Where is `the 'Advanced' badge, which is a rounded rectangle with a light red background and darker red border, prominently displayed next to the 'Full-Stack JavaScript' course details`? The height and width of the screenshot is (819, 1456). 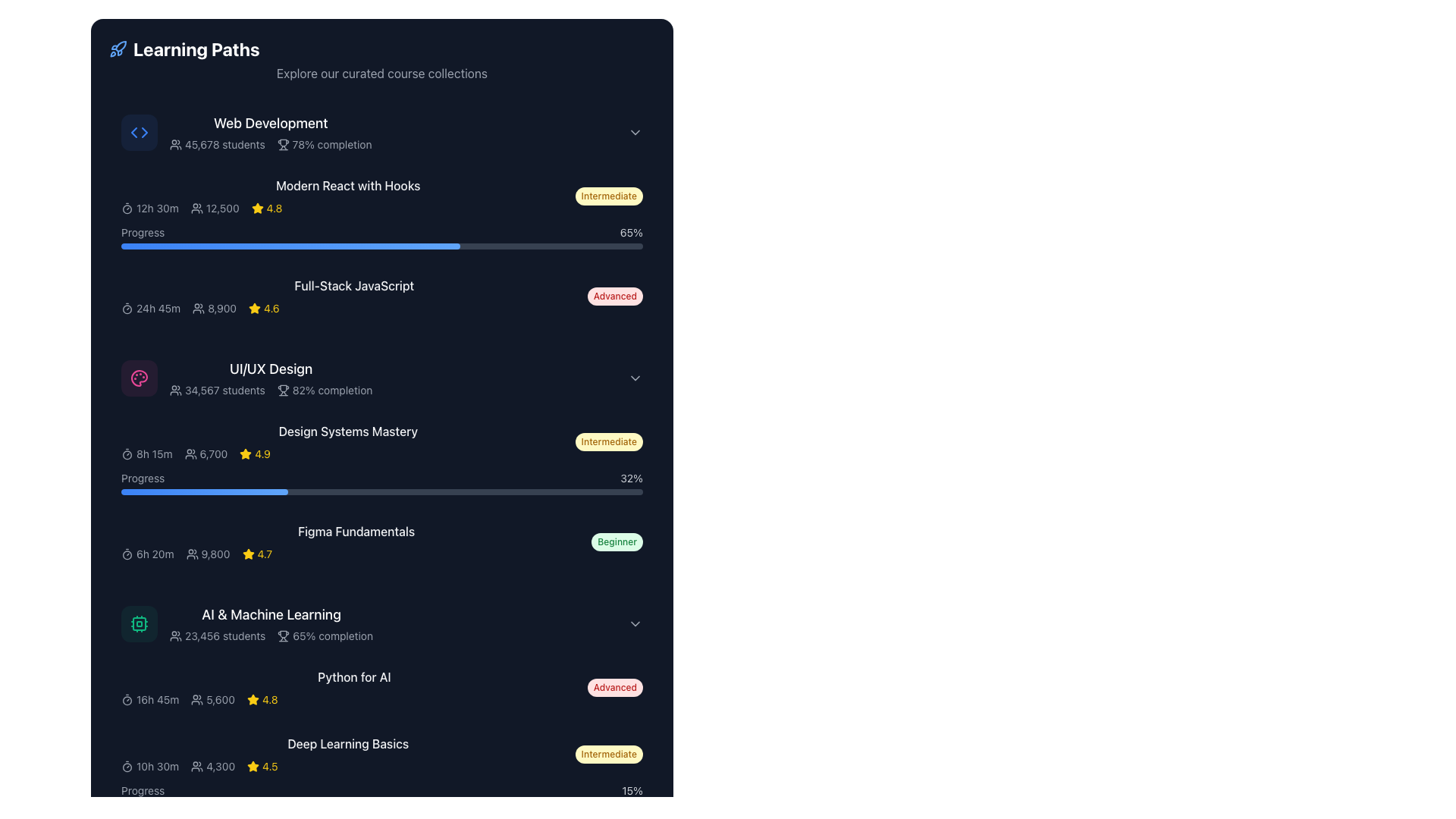
the 'Advanced' badge, which is a rounded rectangle with a light red background and darker red border, prominently displayed next to the 'Full-Stack JavaScript' course details is located at coordinates (615, 296).